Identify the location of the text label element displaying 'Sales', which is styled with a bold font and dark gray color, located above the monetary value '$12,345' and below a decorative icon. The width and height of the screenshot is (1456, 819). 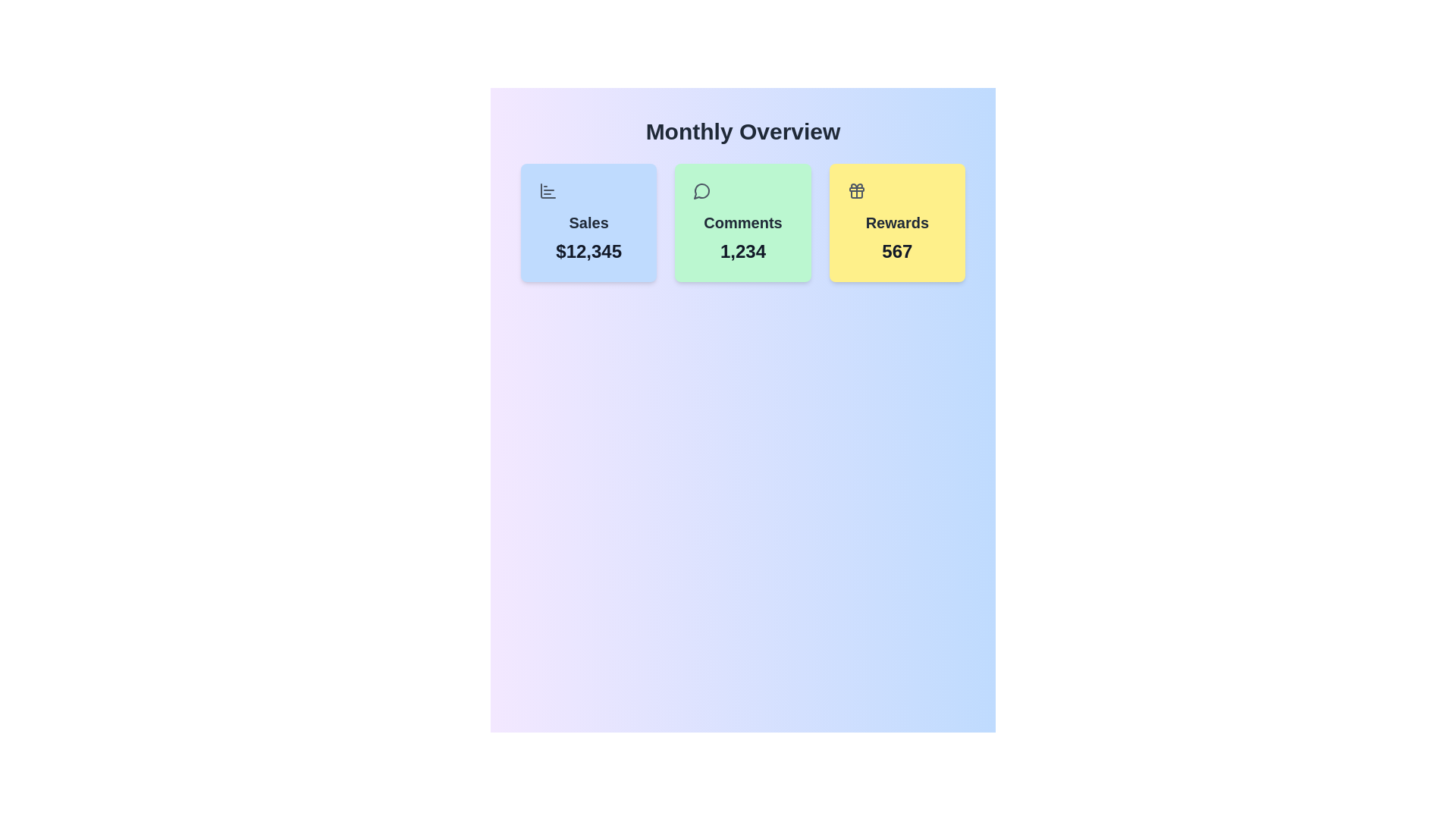
(588, 222).